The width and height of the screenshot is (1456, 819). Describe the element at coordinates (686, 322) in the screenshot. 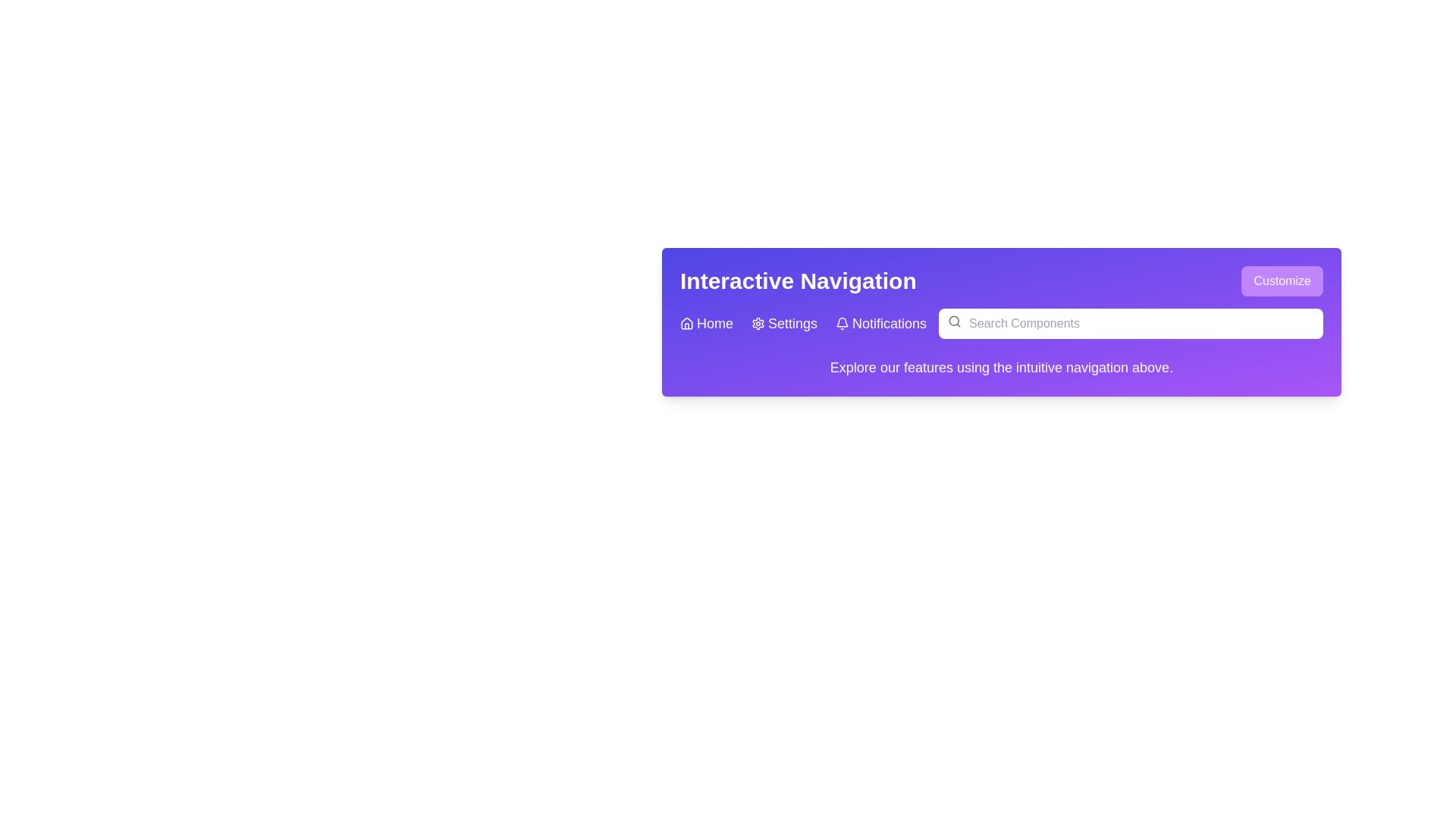

I see `the home icon located on the left side of the navigation bar to observe the tooltip if provided` at that location.